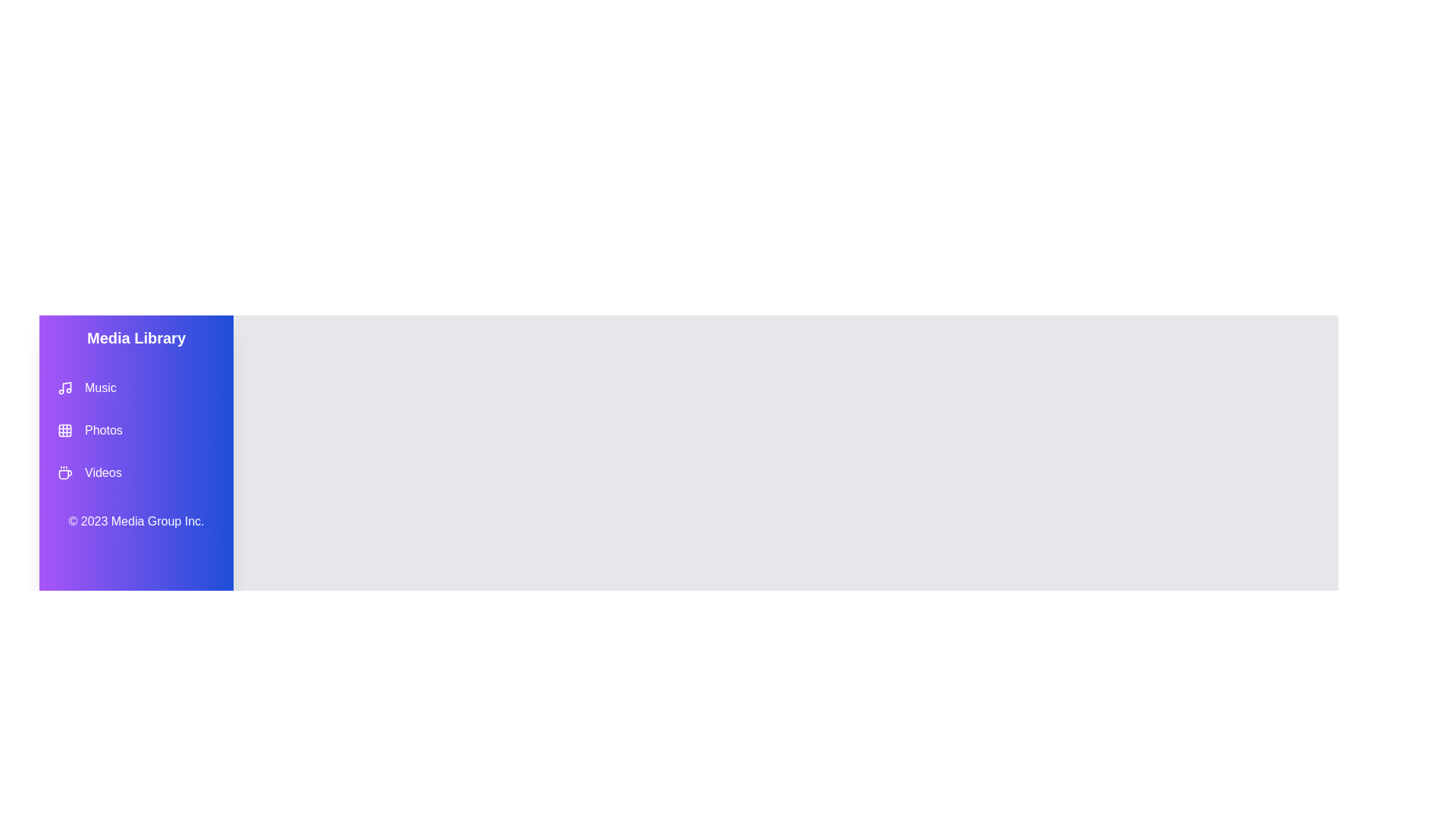  I want to click on the copyright information in the footer, so click(136, 520).